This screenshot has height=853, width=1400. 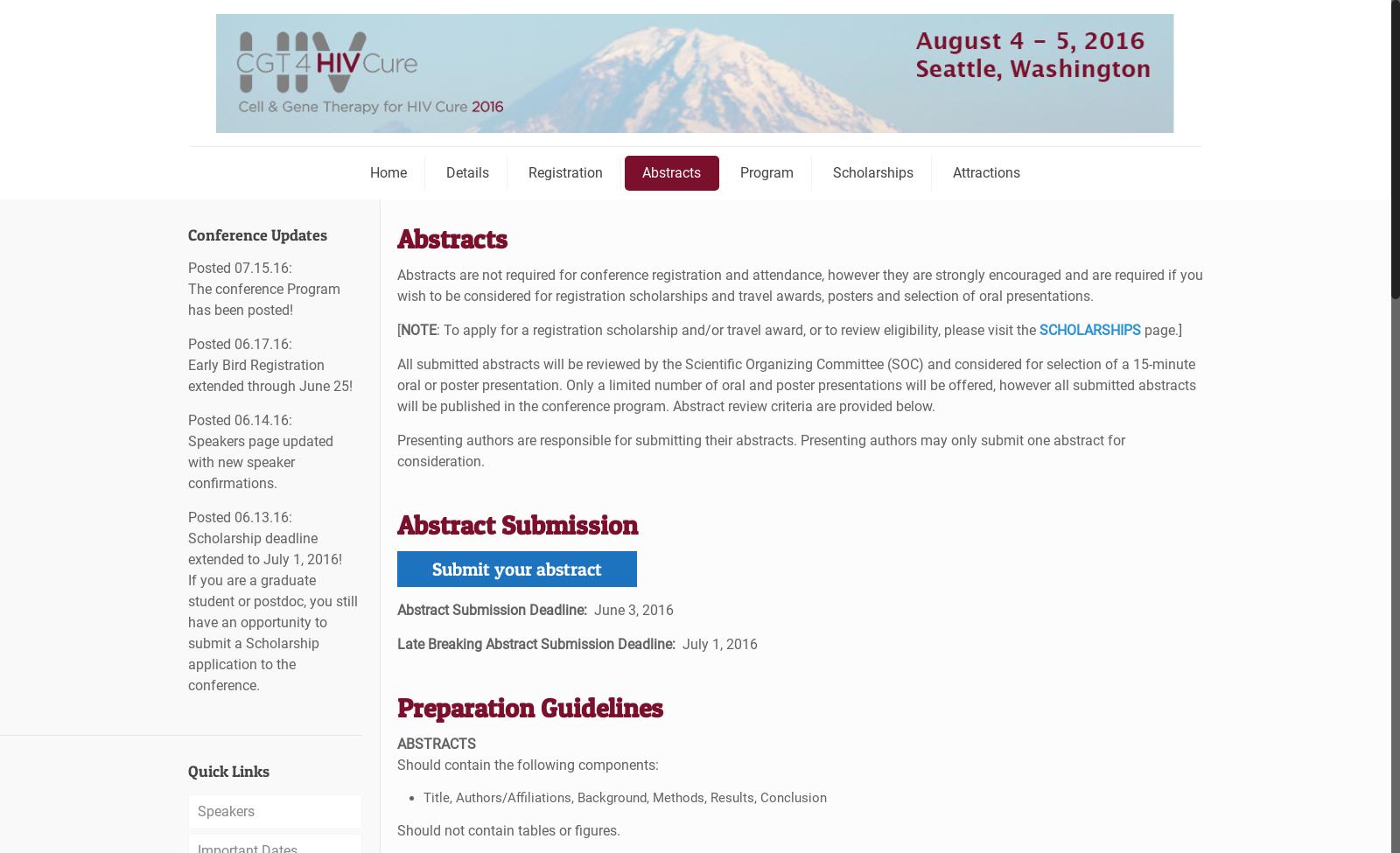 What do you see at coordinates (260, 461) in the screenshot?
I see `'Speakers page updated with new speaker confirmations.'` at bounding box center [260, 461].